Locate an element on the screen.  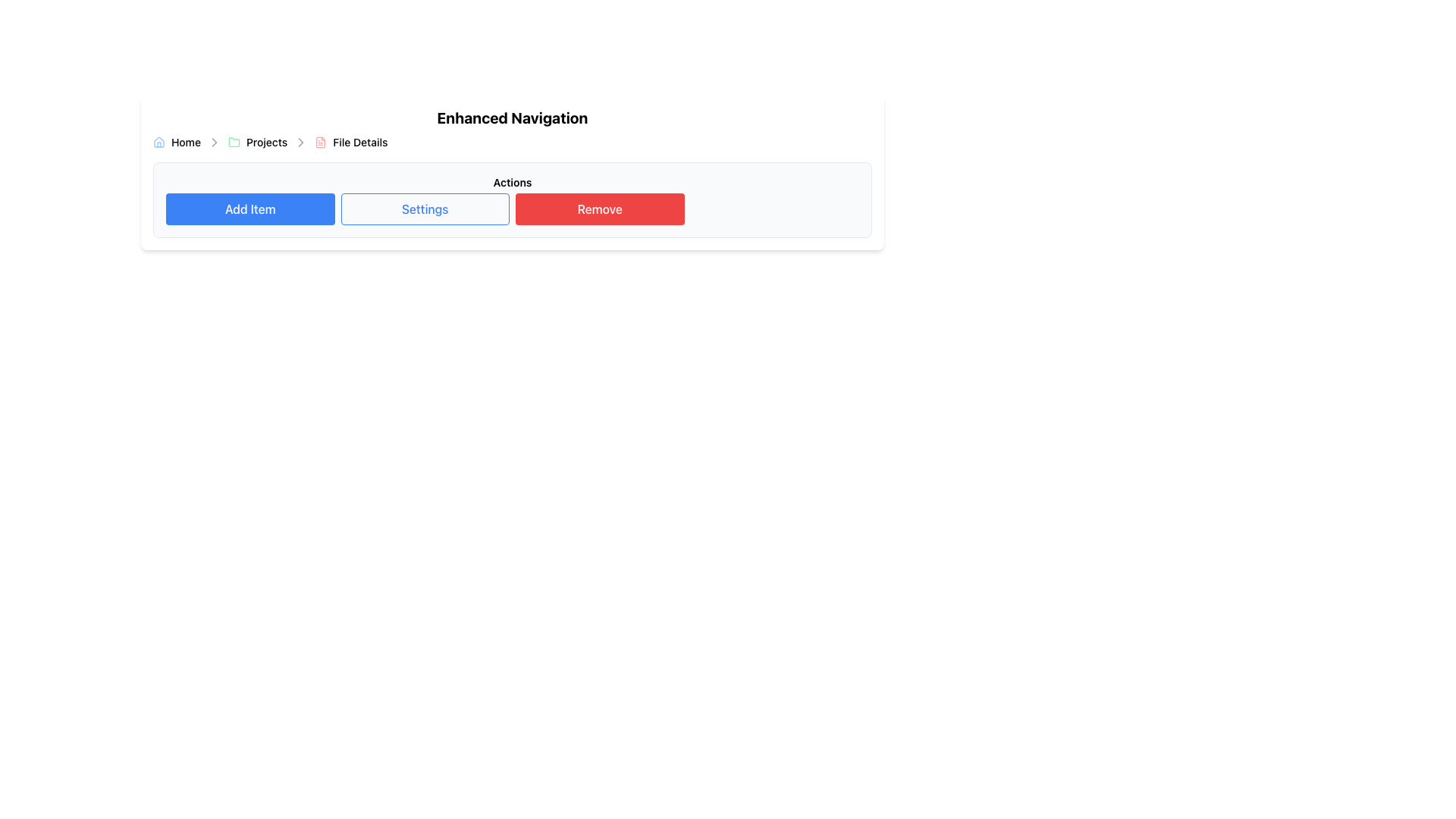
the arrow icon separator located between 'Home' and 'Projects' in the breadcrumb navigation is located at coordinates (214, 143).